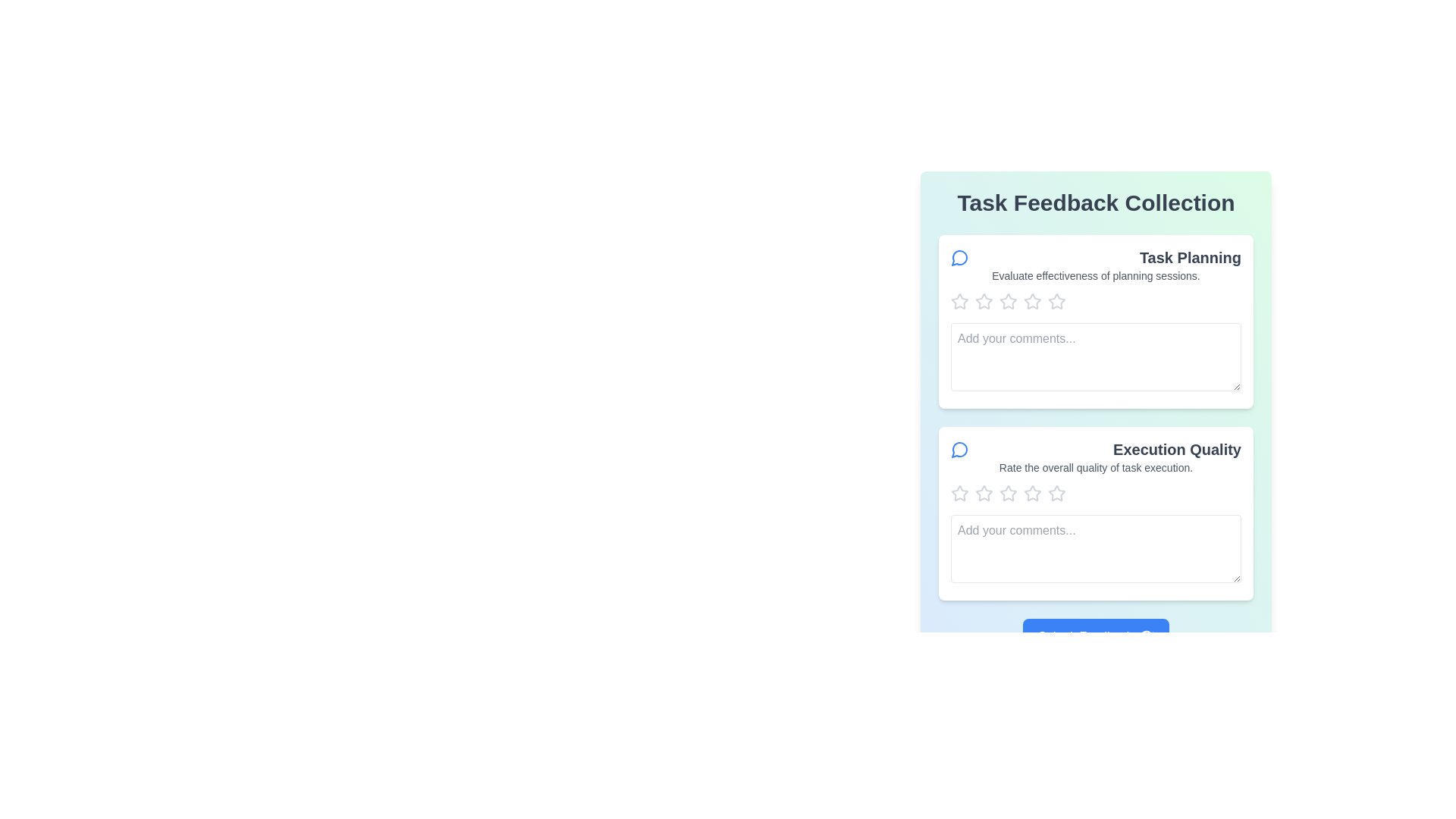 Image resolution: width=1456 pixels, height=819 pixels. I want to click on the first star, so click(959, 493).